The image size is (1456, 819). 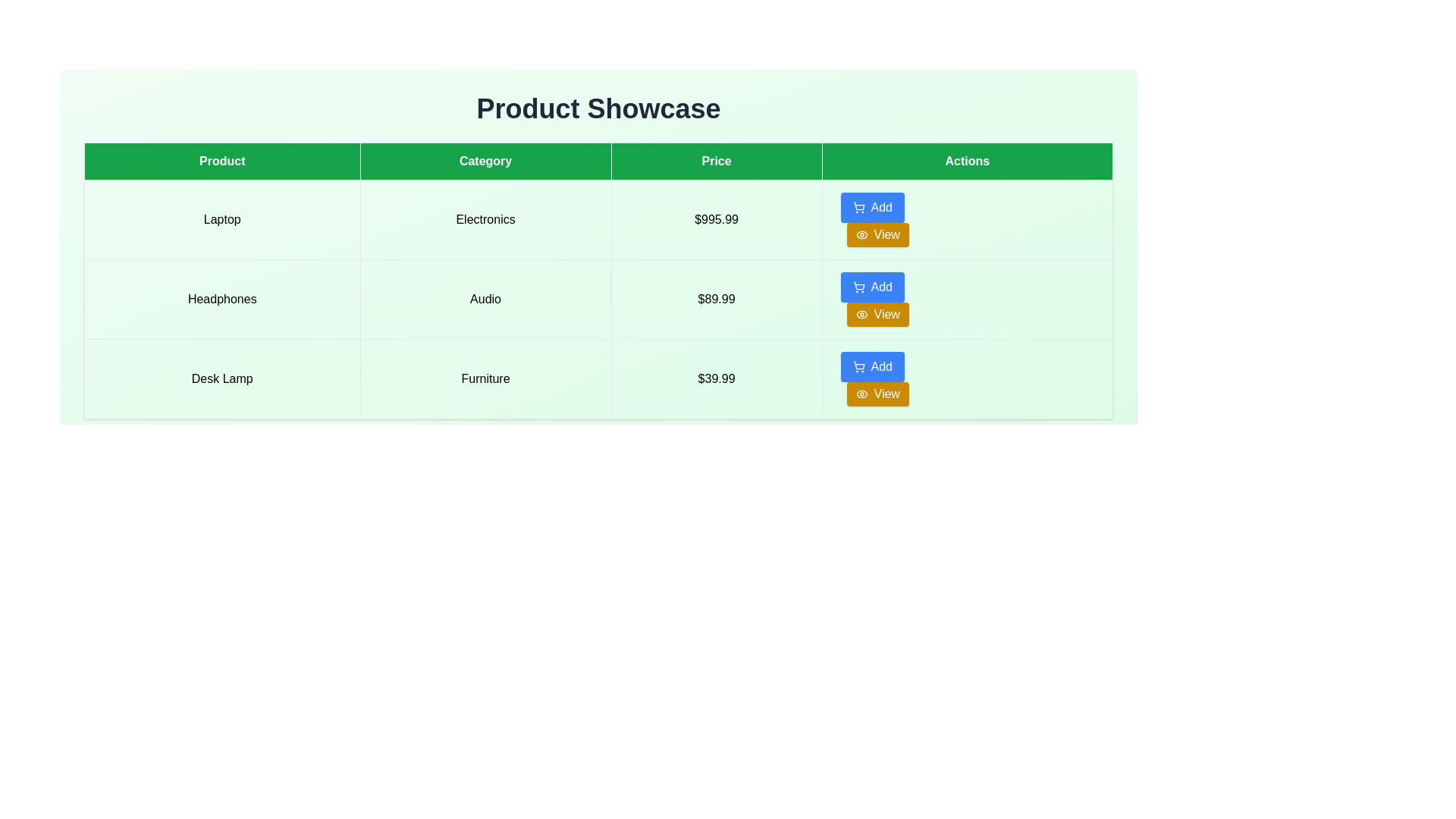 What do you see at coordinates (872, 287) in the screenshot?
I see `the 'Add to Cart' button for the product 'Headphones' in the Actions column` at bounding box center [872, 287].